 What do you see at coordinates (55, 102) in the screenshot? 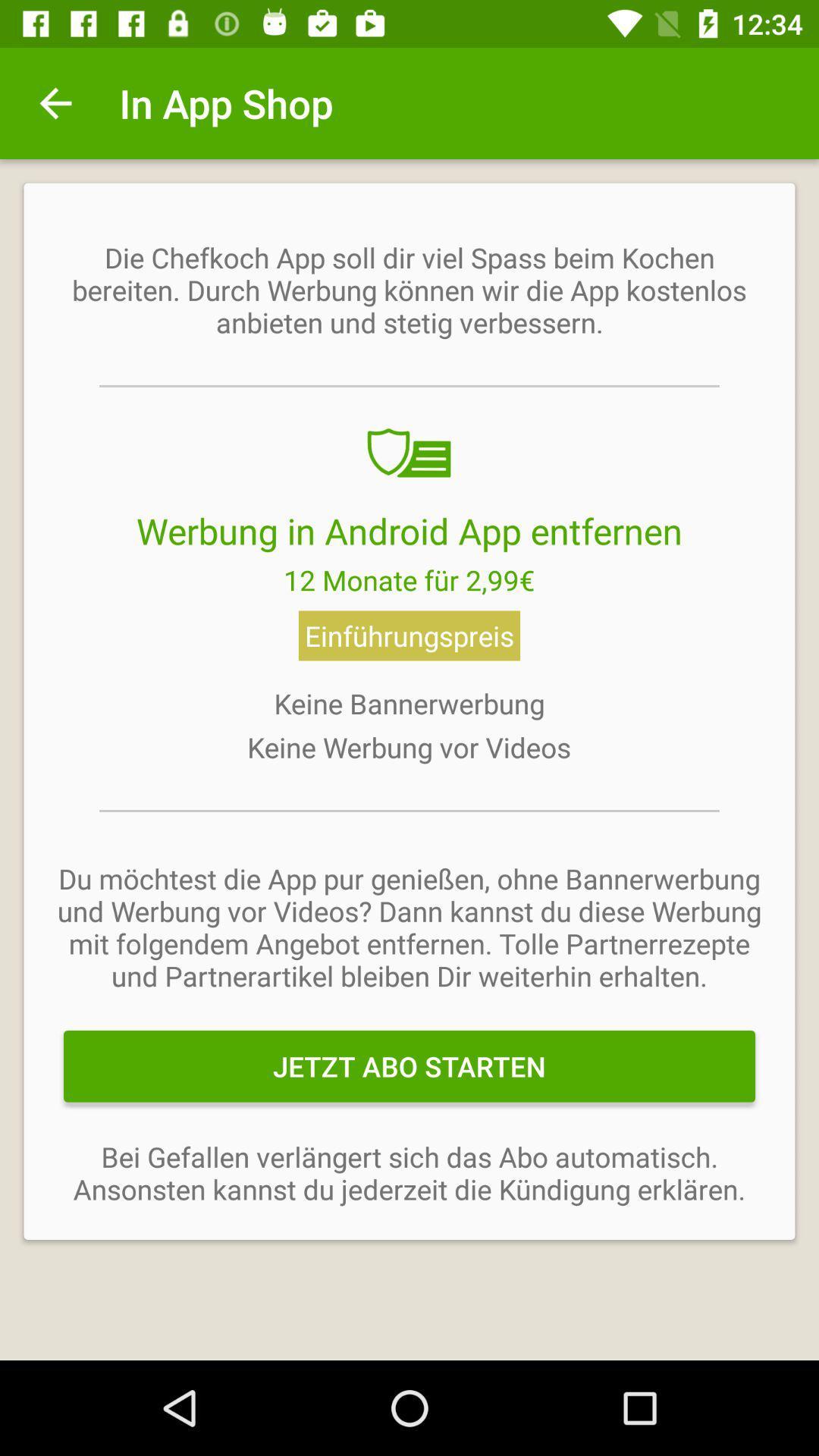
I see `the icon to the left of the in app shop item` at bounding box center [55, 102].